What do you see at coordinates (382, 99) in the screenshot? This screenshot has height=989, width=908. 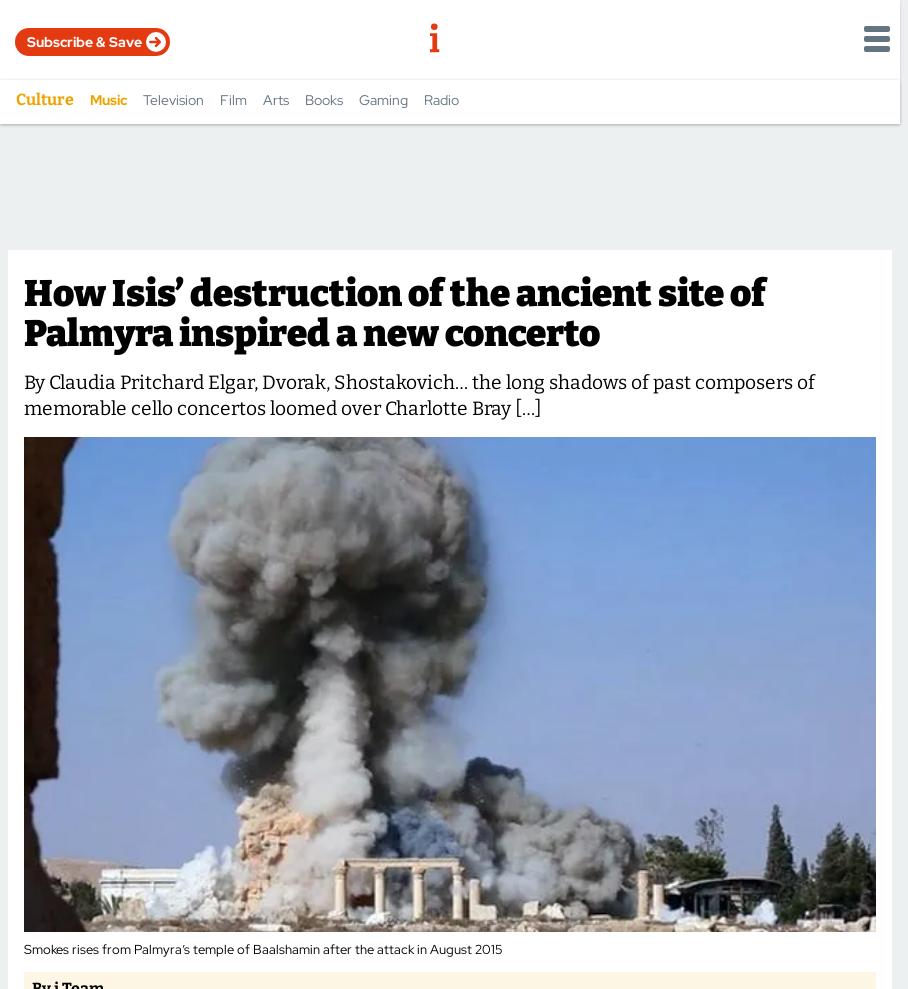 I see `'Gaming'` at bounding box center [382, 99].